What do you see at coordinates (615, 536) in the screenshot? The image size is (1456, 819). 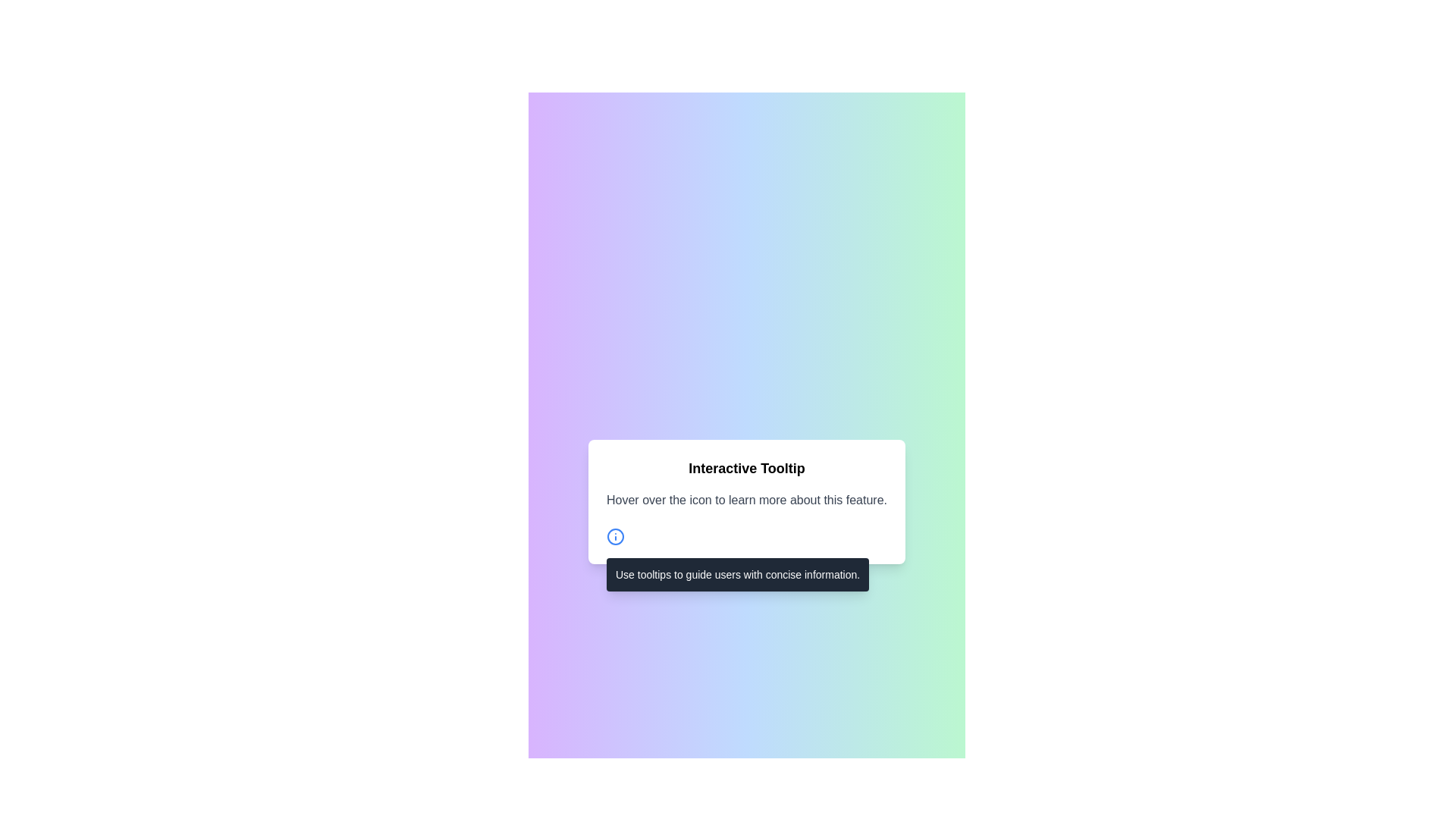 I see `Decorative SVG element, which is the circular outline of the info icon located beneath the 'Interactive Tooltip' text in the modal, using developer tools` at bounding box center [615, 536].